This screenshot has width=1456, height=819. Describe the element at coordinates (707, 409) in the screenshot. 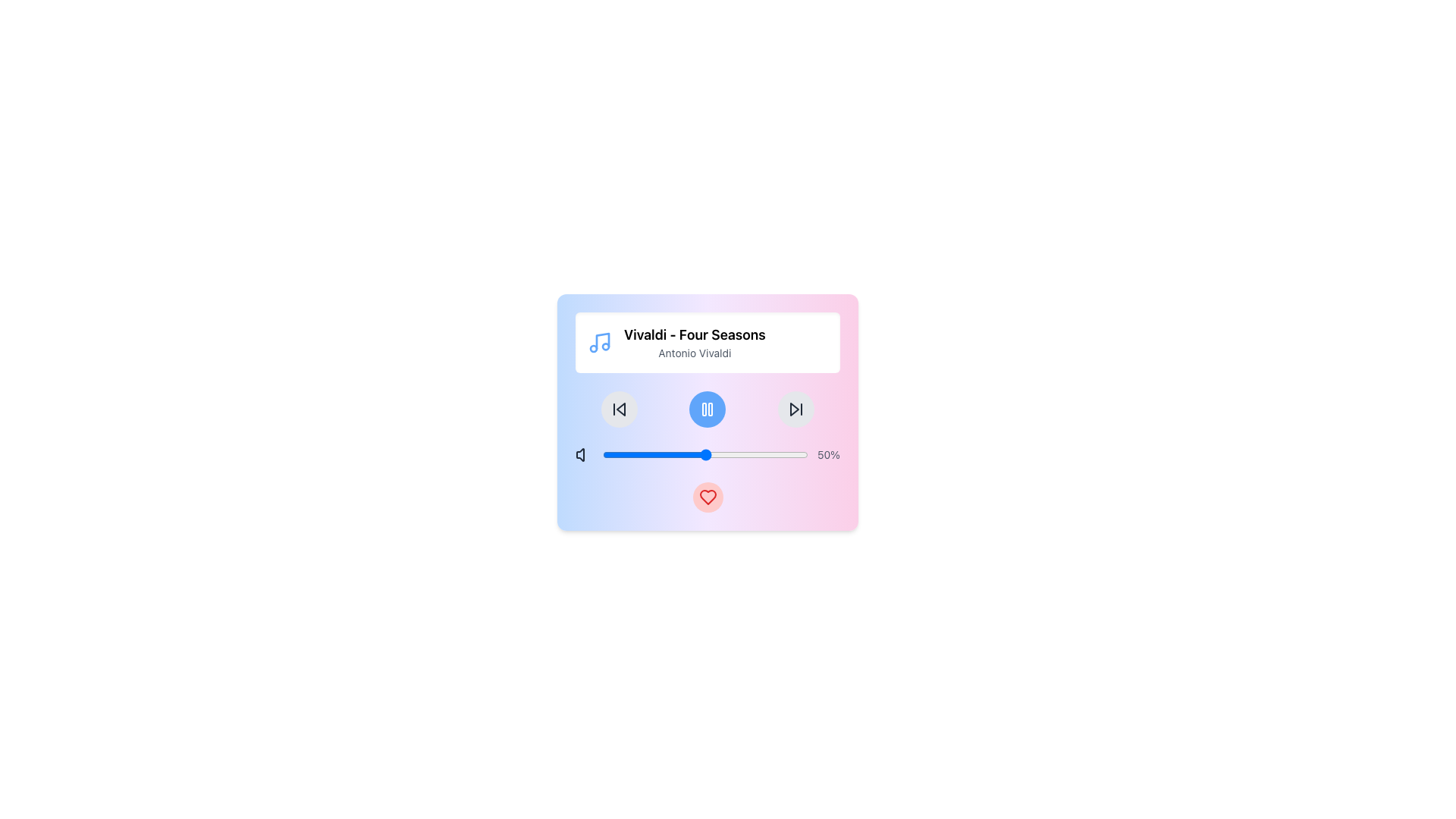

I see `the pause button icon, which is represented by two vertical bars in the center of a blue circular button located in the middle row of the media control section` at that location.